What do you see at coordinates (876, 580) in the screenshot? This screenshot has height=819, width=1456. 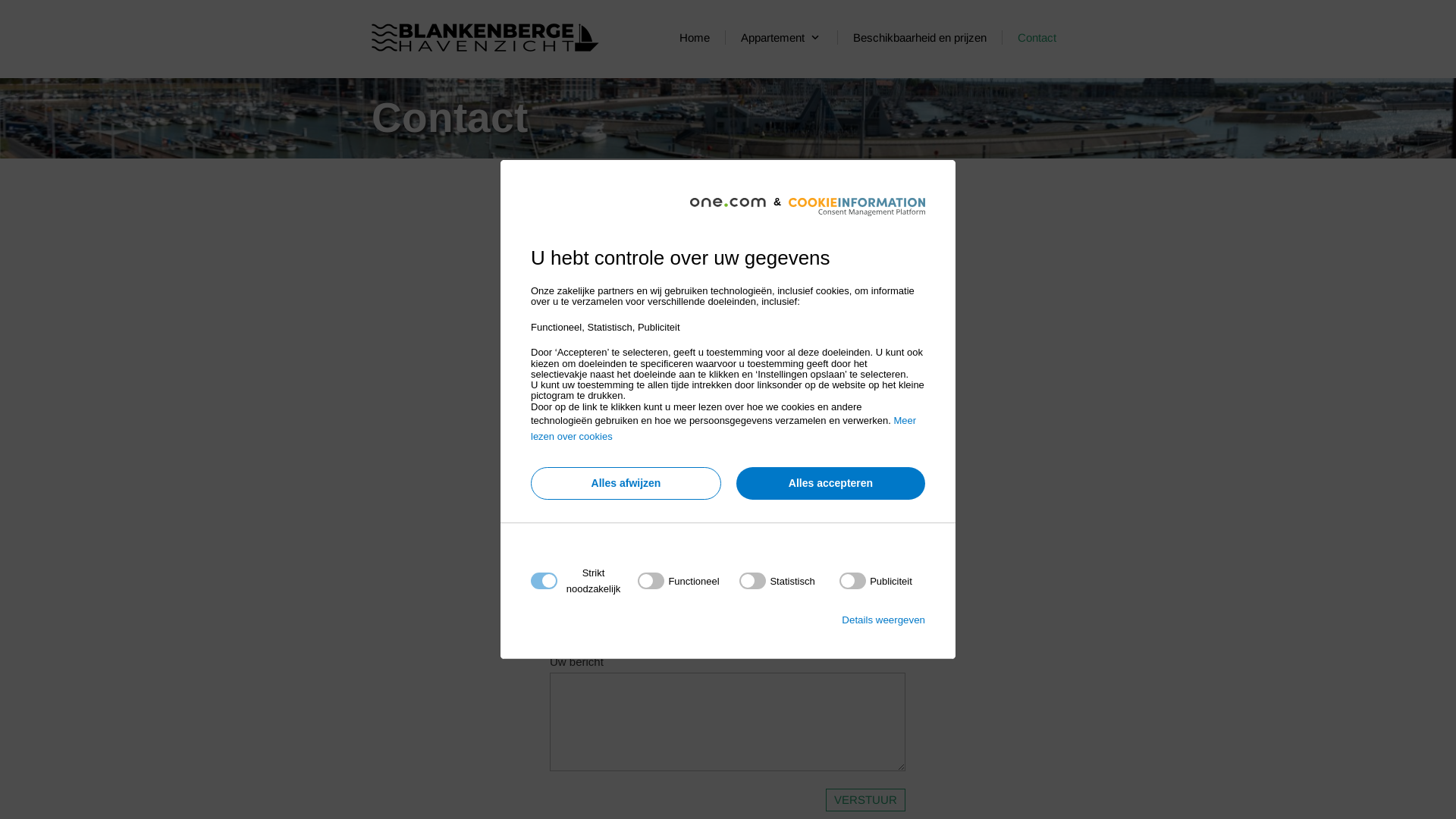 I see `'on'` at bounding box center [876, 580].